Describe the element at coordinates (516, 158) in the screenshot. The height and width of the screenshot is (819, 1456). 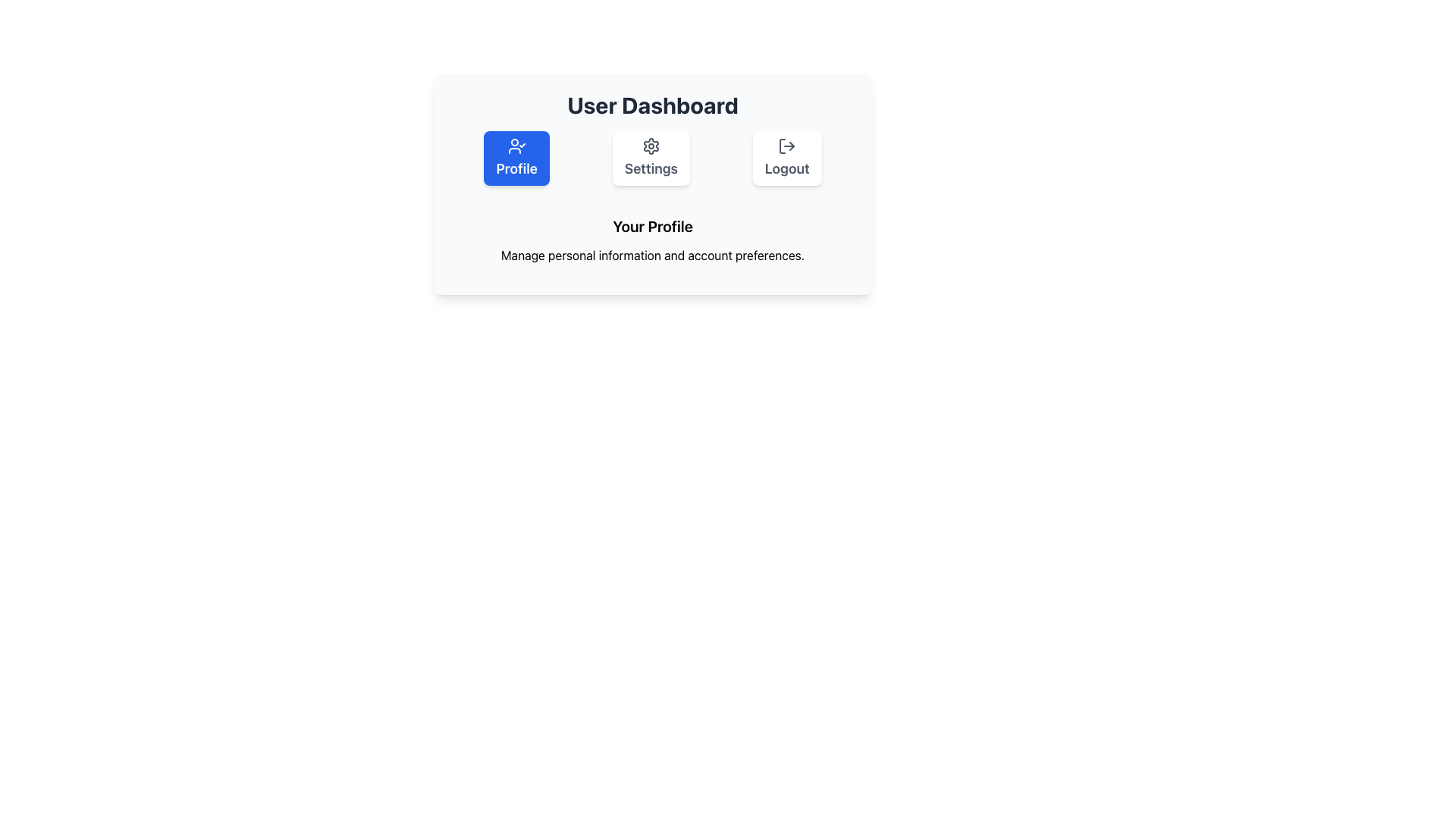
I see `the profile button, the first button from the left in a horizontal layout, to observe visual effects` at that location.